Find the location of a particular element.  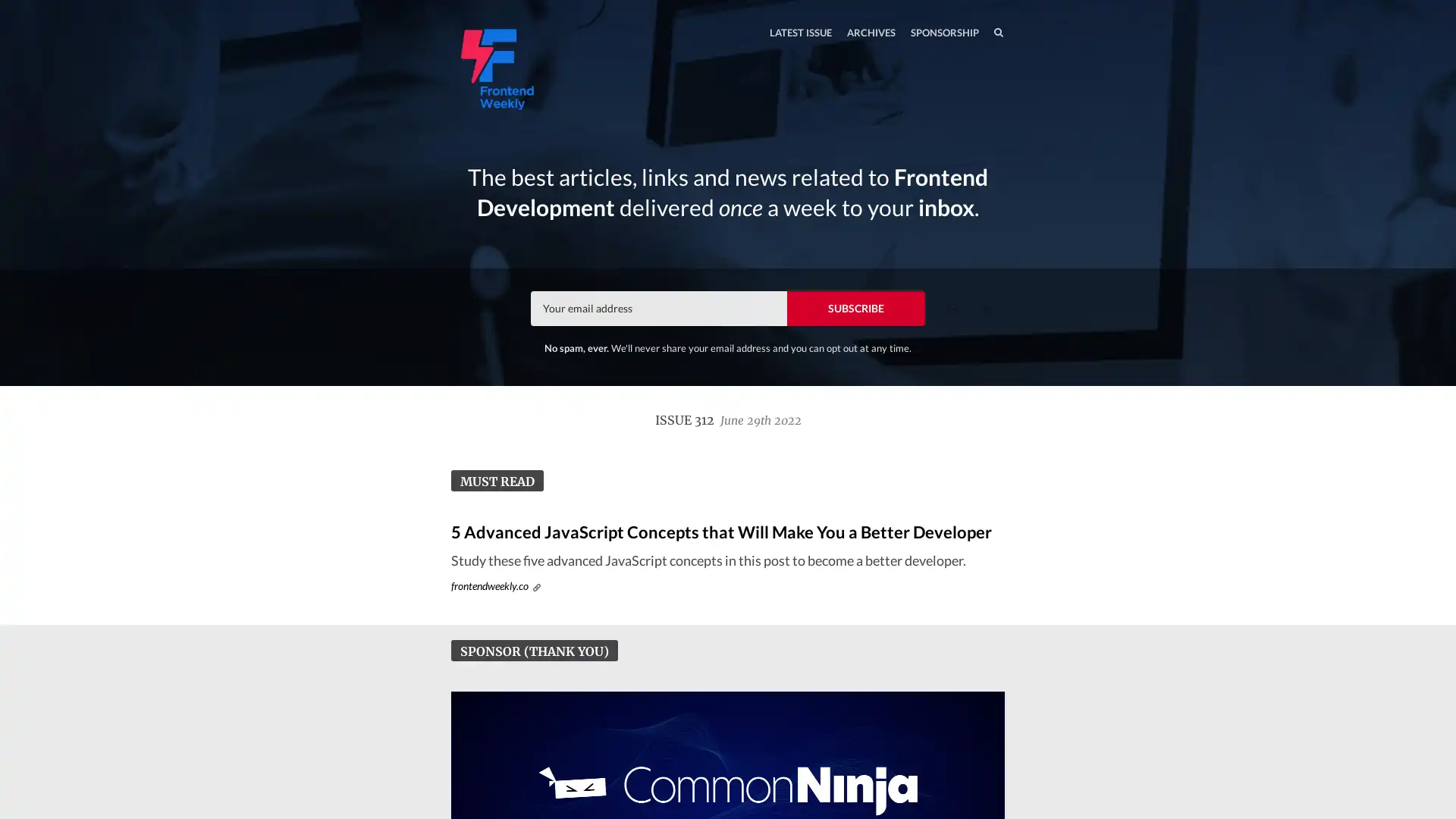

TOGGLE MENU is located at coordinates (453, 3).